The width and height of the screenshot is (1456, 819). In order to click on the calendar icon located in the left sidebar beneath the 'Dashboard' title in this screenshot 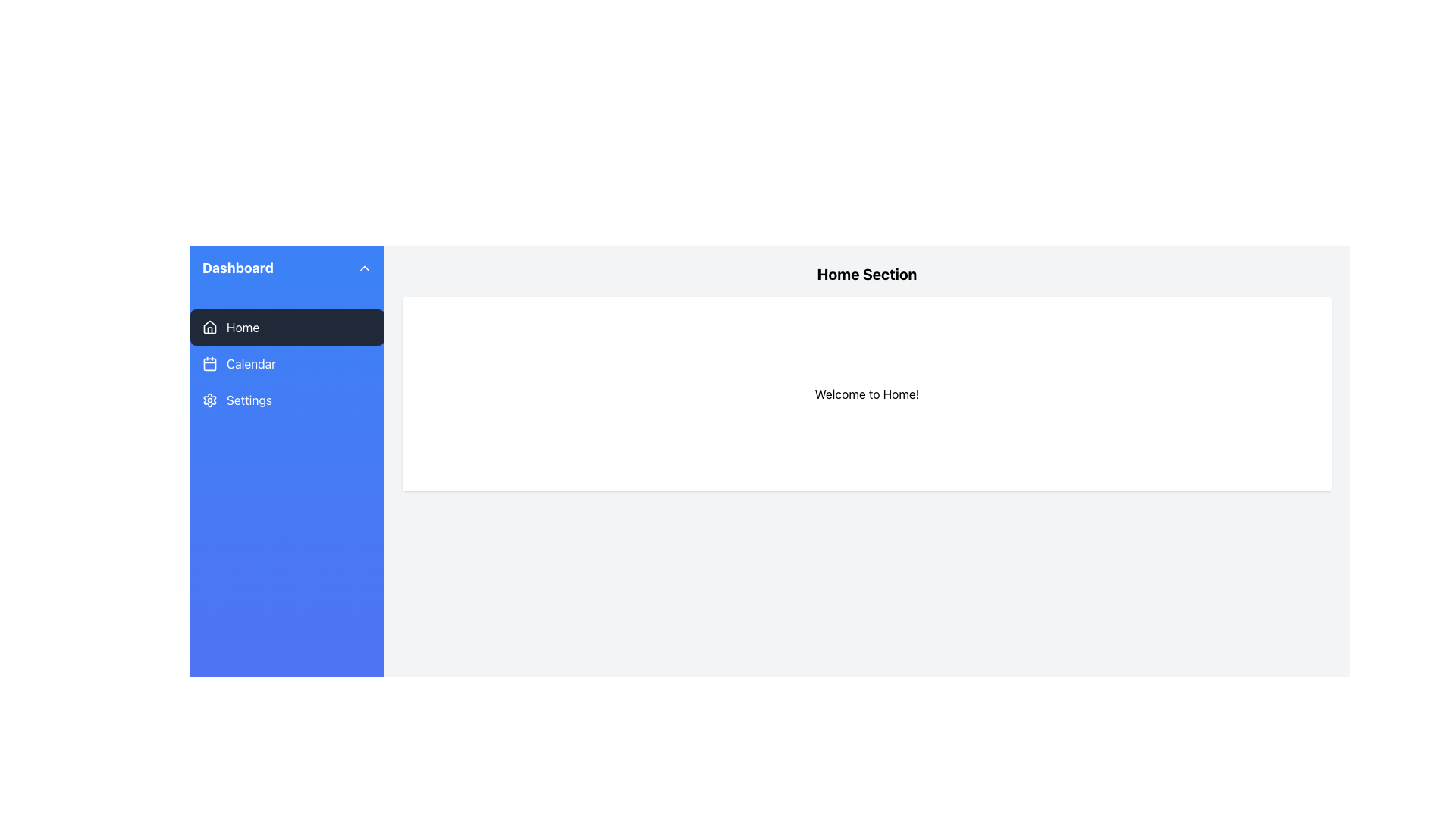, I will do `click(209, 363)`.